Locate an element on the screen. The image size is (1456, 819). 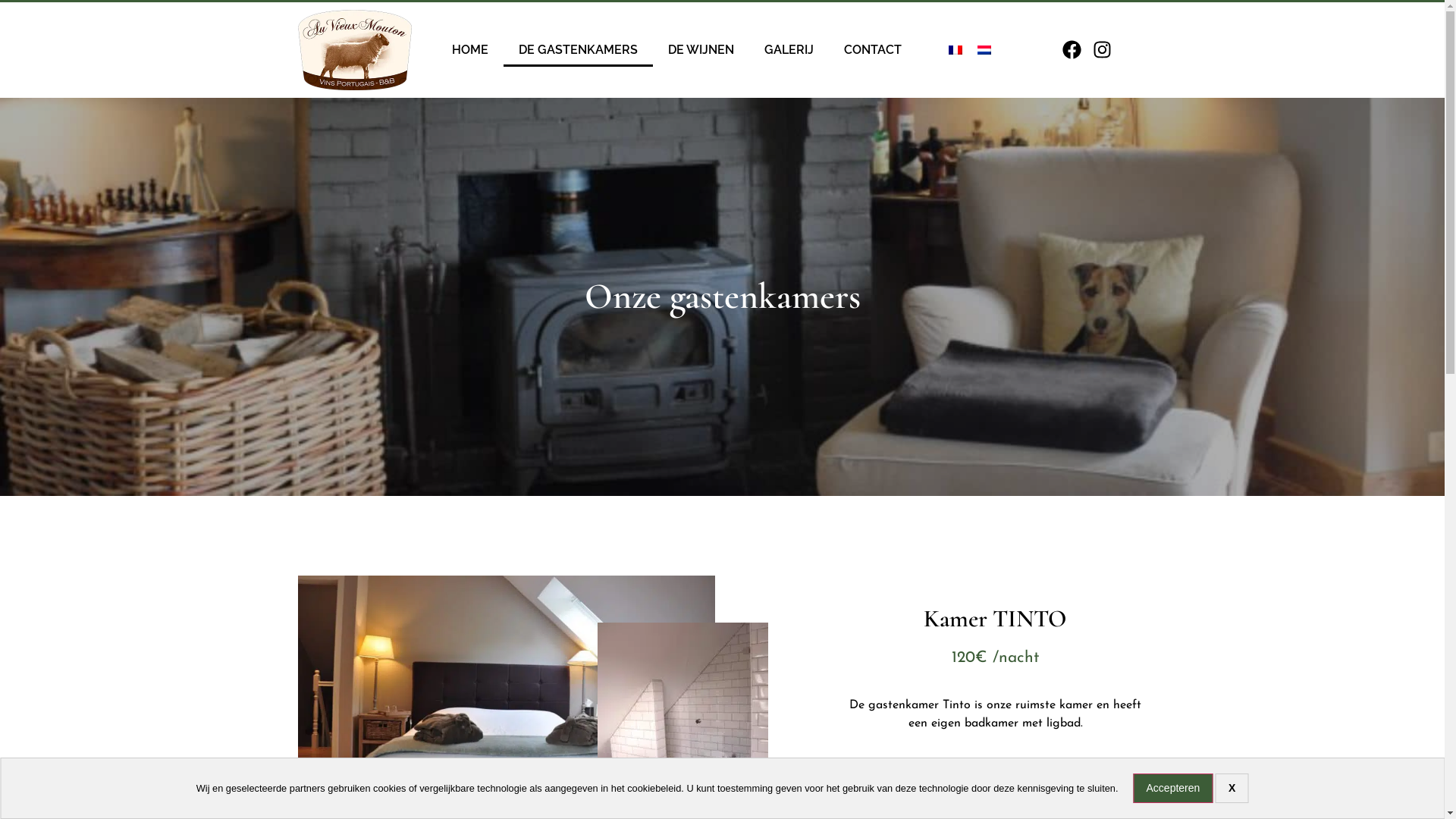
'Lees meer' is located at coordinates (944, 776).